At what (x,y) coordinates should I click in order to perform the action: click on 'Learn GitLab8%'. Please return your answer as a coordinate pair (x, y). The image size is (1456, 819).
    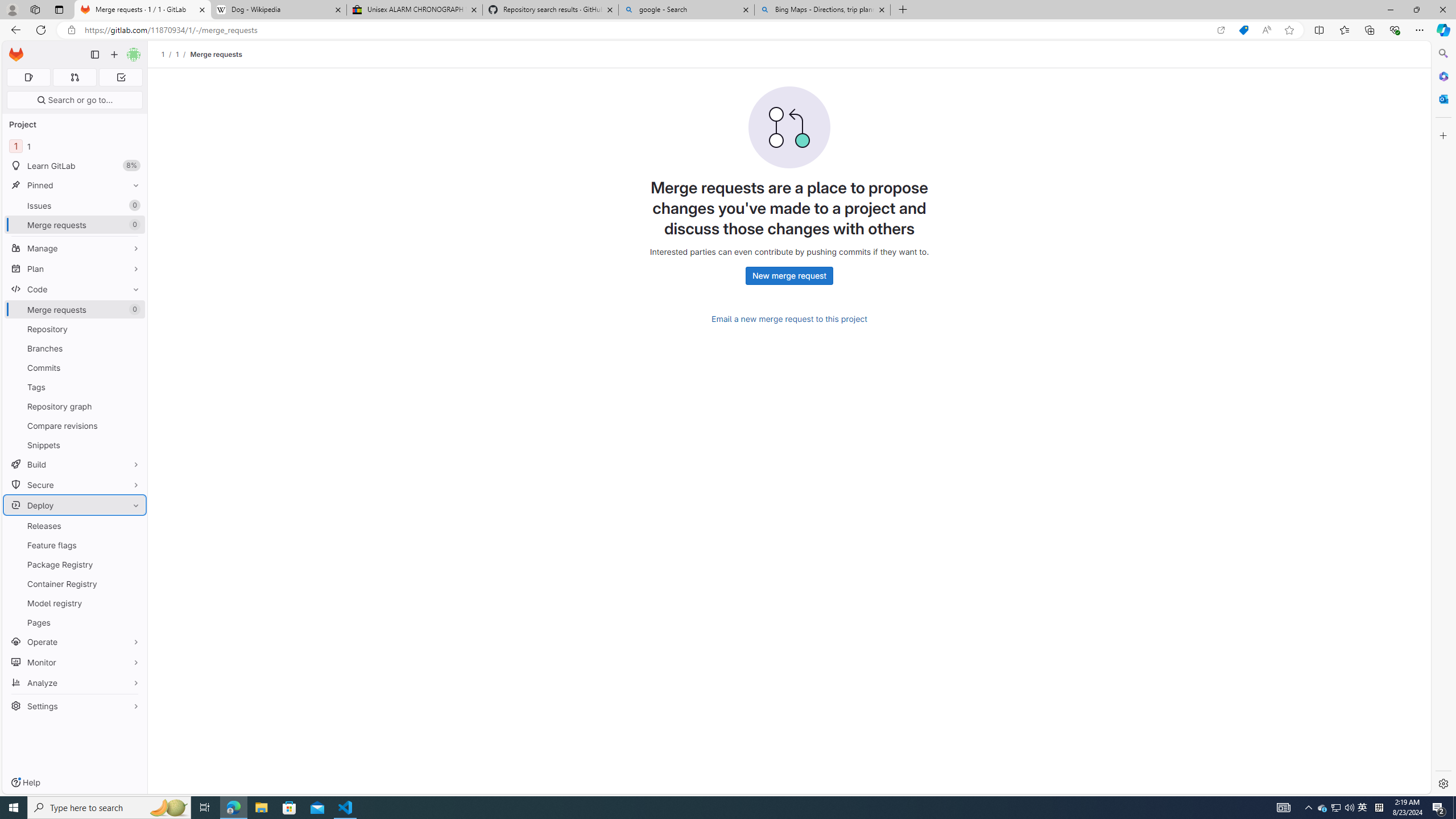
    Looking at the image, I should click on (74, 166).